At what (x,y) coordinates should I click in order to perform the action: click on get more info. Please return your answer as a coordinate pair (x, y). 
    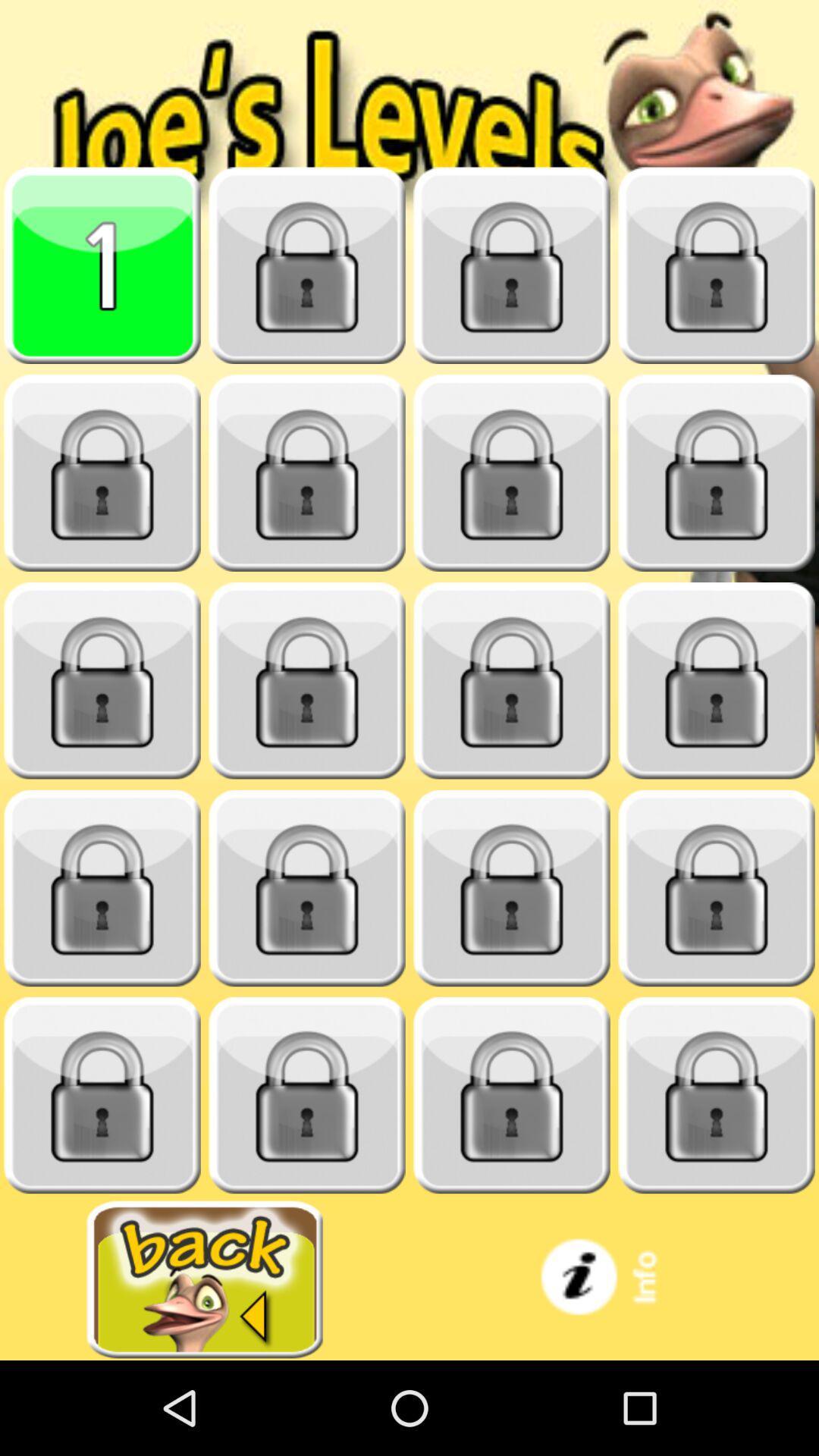
    Looking at the image, I should click on (614, 1279).